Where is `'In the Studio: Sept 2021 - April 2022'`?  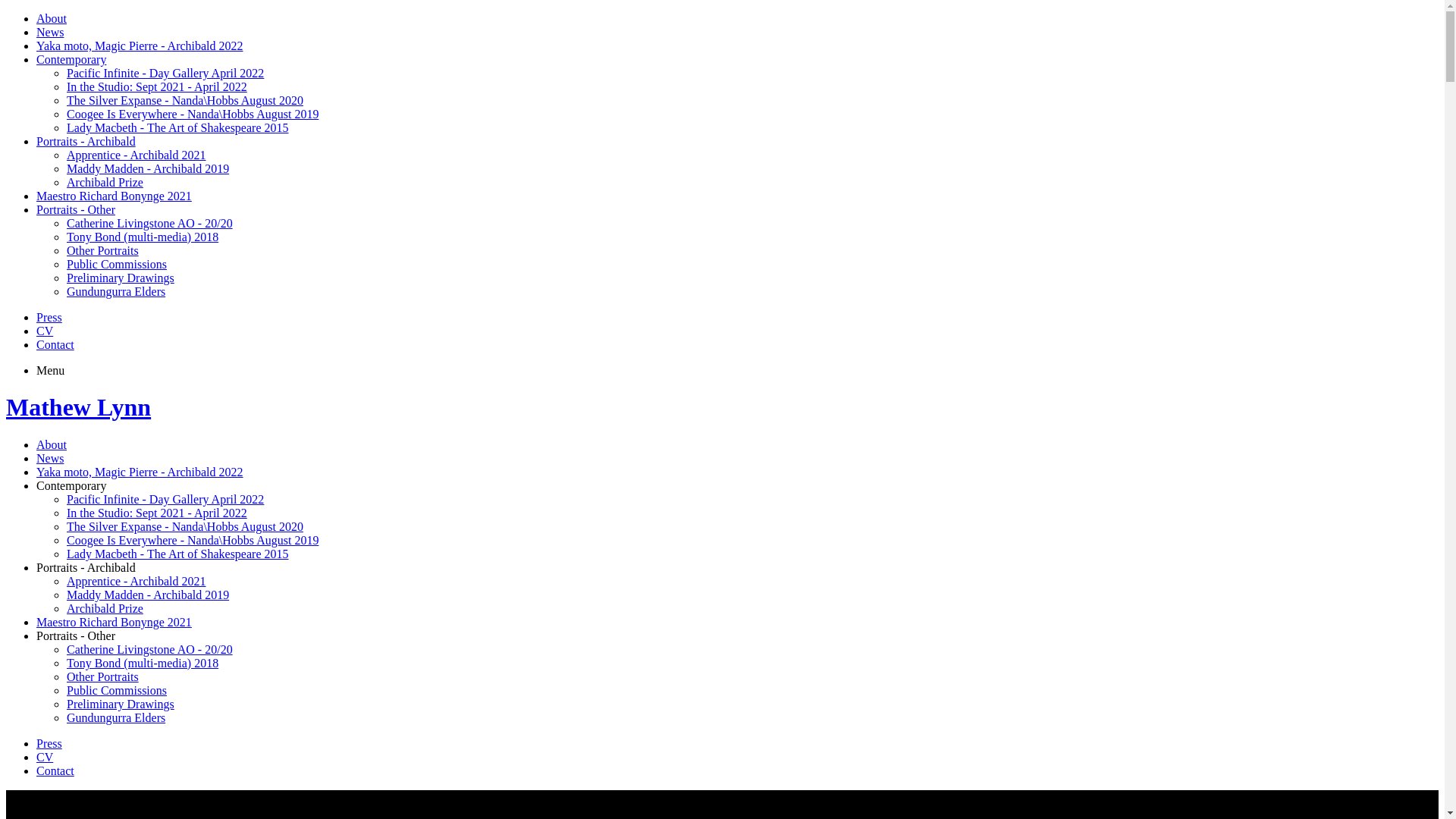 'In the Studio: Sept 2021 - April 2022' is located at coordinates (156, 512).